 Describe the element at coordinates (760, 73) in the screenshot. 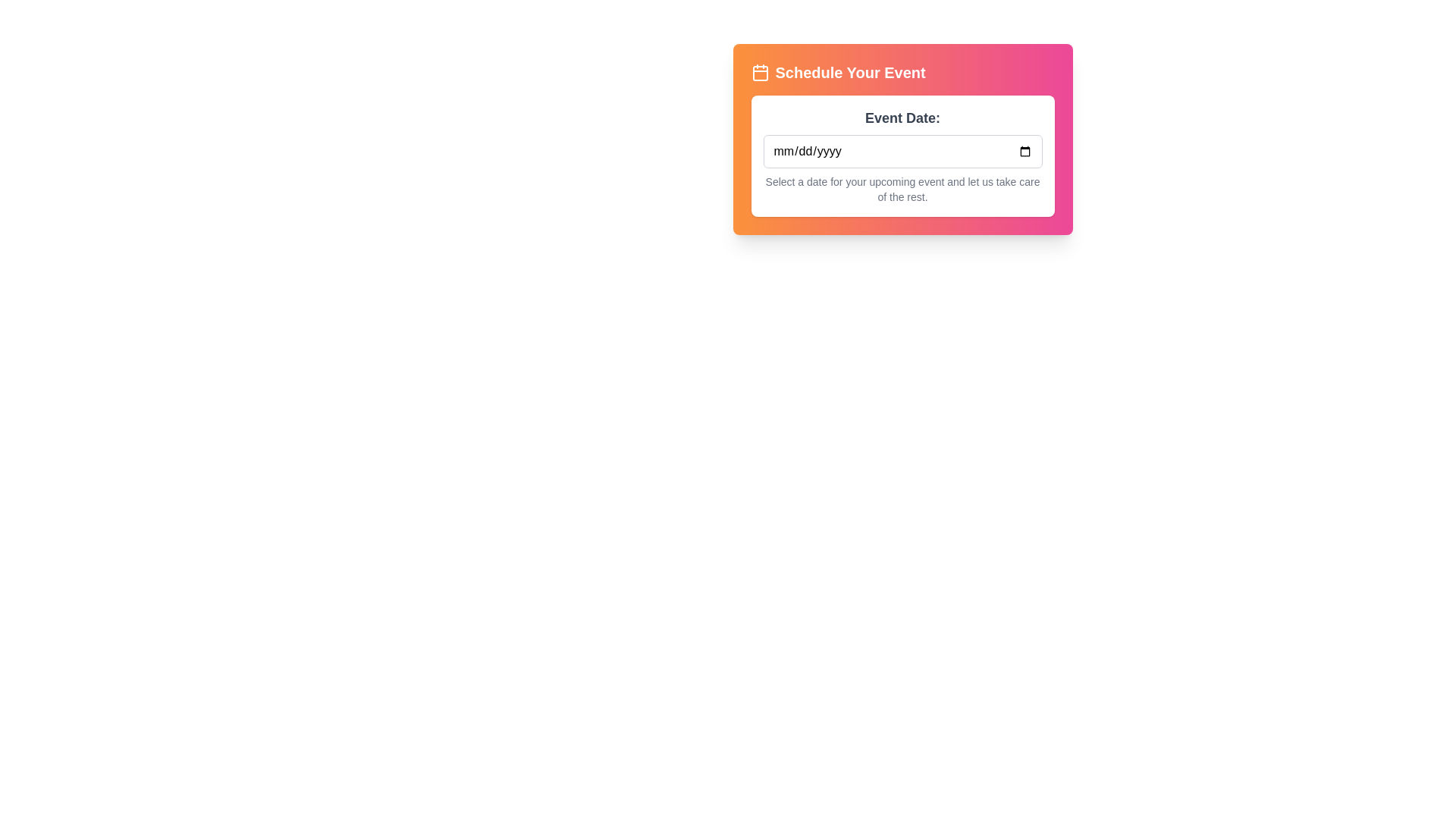

I see `the calendar icon, which is a modern square icon with rounded corners located to the left of the 'Schedule Your Event' text in the header section of the modal` at that location.